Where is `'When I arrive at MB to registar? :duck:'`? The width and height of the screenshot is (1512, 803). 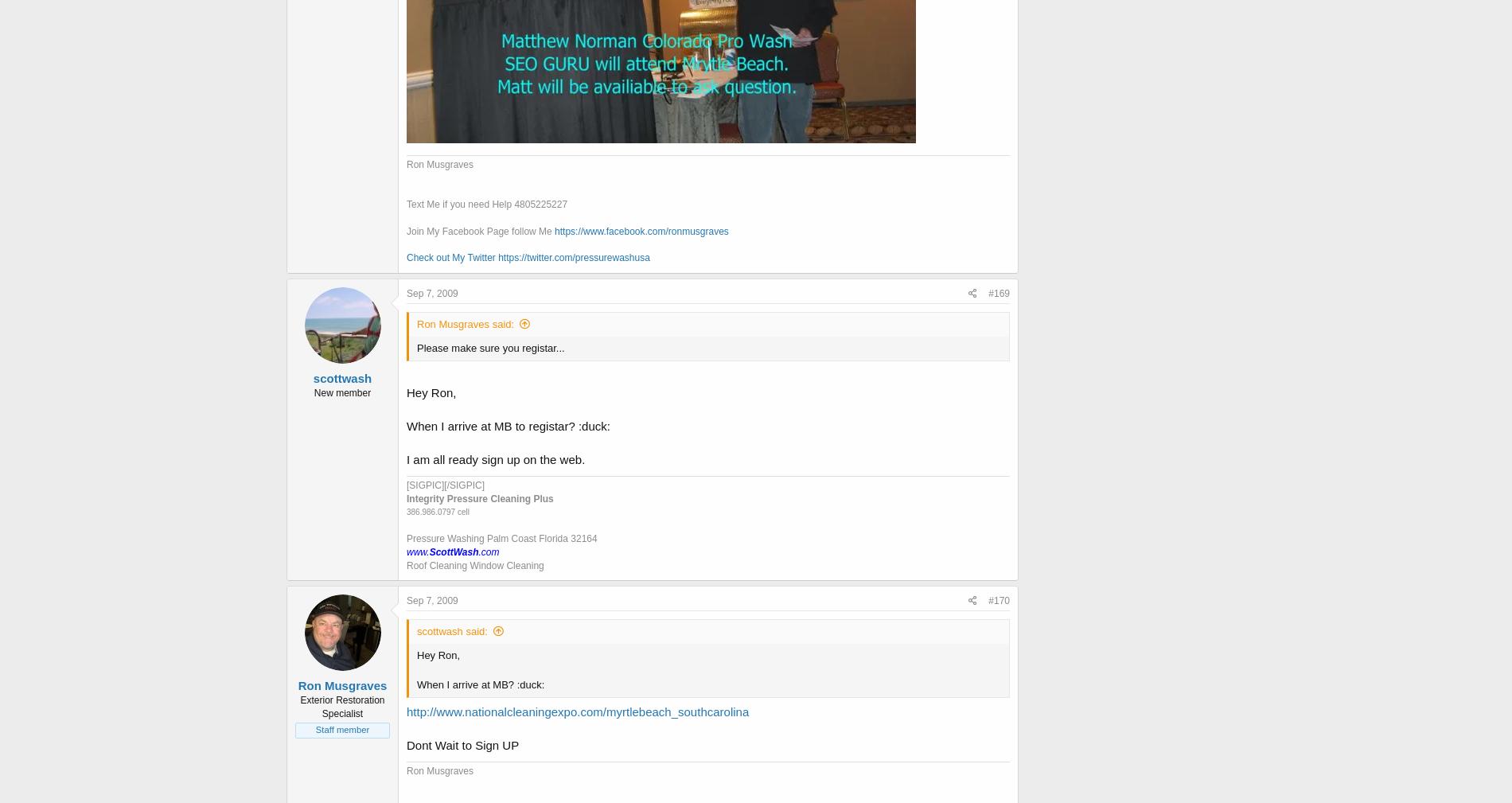 'When I arrive at MB to registar? :duck:' is located at coordinates (508, 425).